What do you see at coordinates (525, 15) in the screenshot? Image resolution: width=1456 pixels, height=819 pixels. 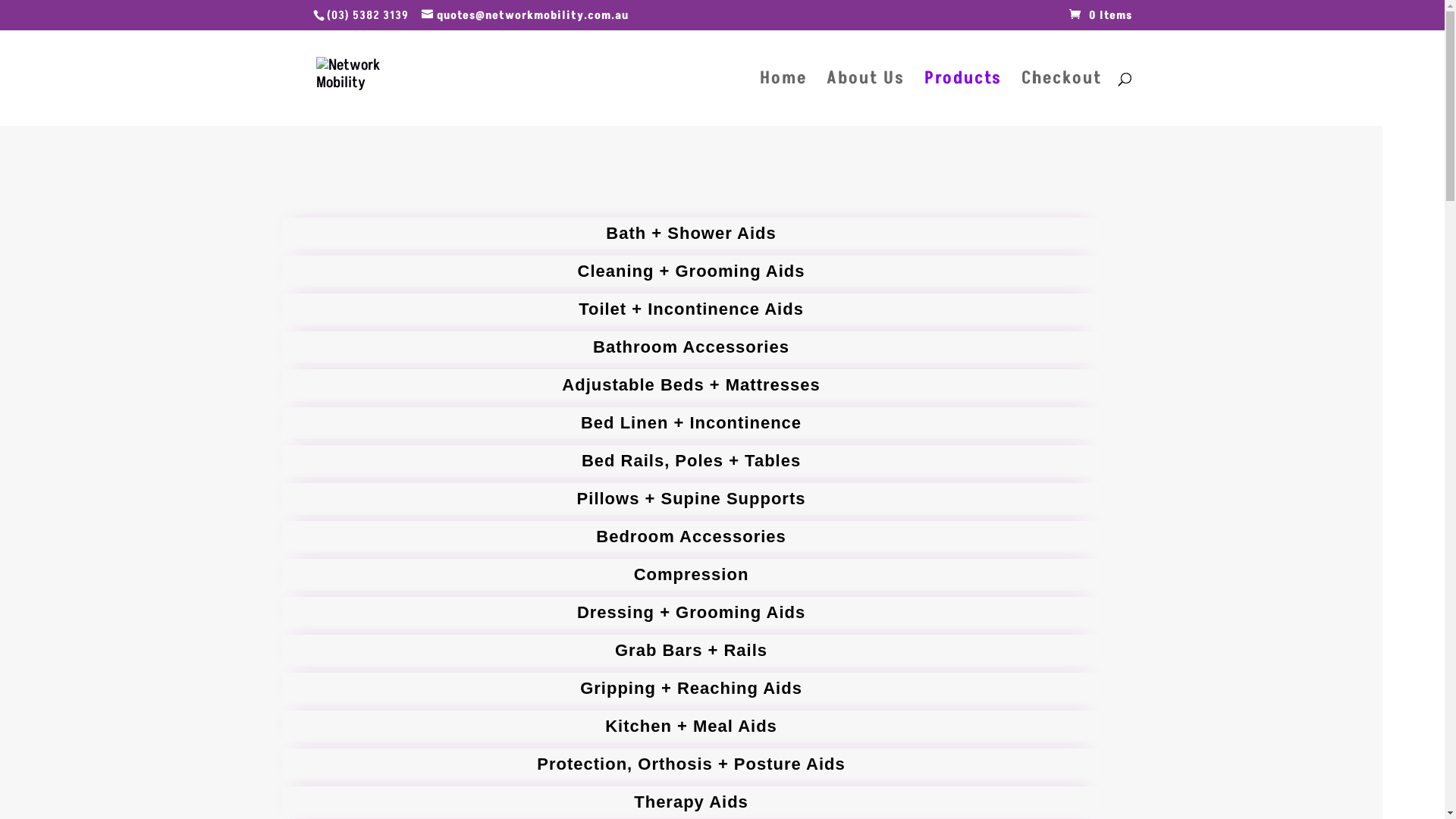 I see `'quotes@networkmobility.com.au'` at bounding box center [525, 15].